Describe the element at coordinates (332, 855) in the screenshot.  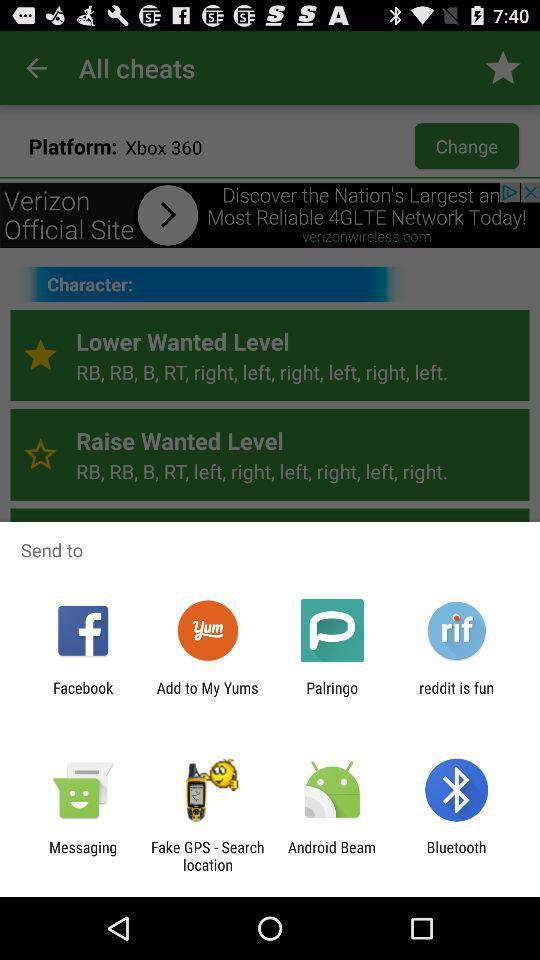
I see `the icon next to fake gps search app` at that location.